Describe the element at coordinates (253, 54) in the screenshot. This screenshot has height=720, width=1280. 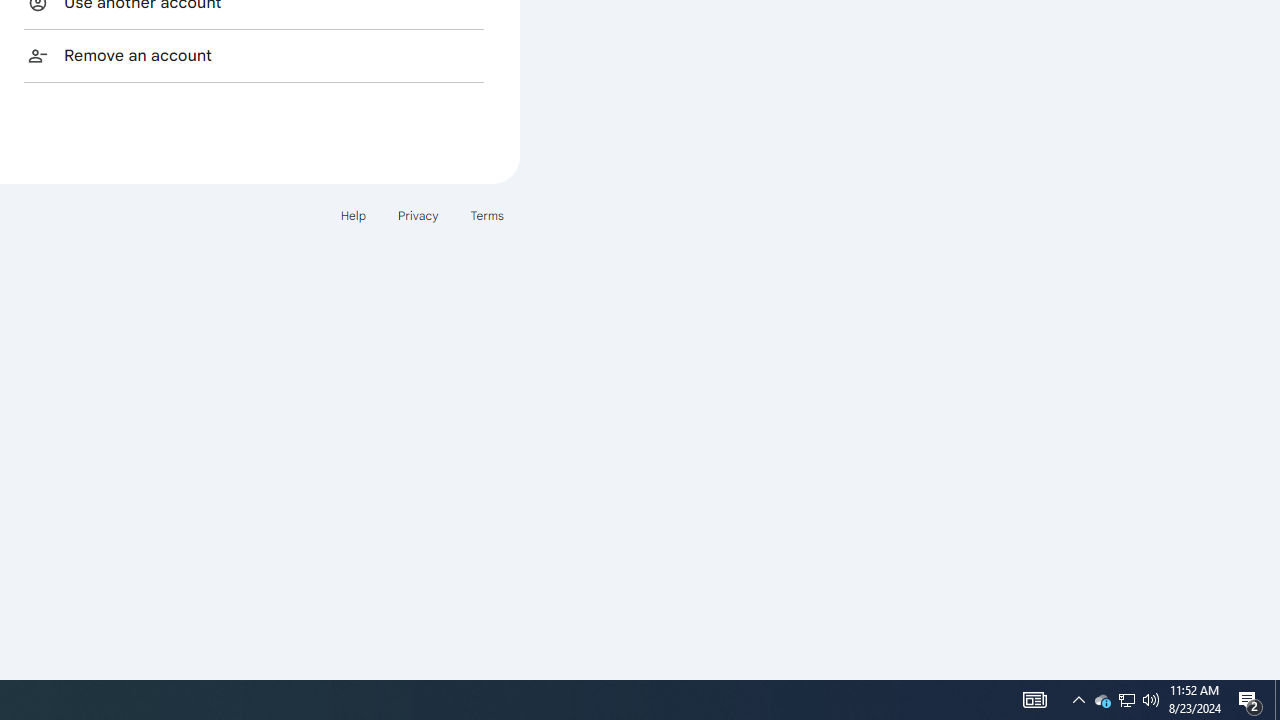
I see `'Remove an account'` at that location.